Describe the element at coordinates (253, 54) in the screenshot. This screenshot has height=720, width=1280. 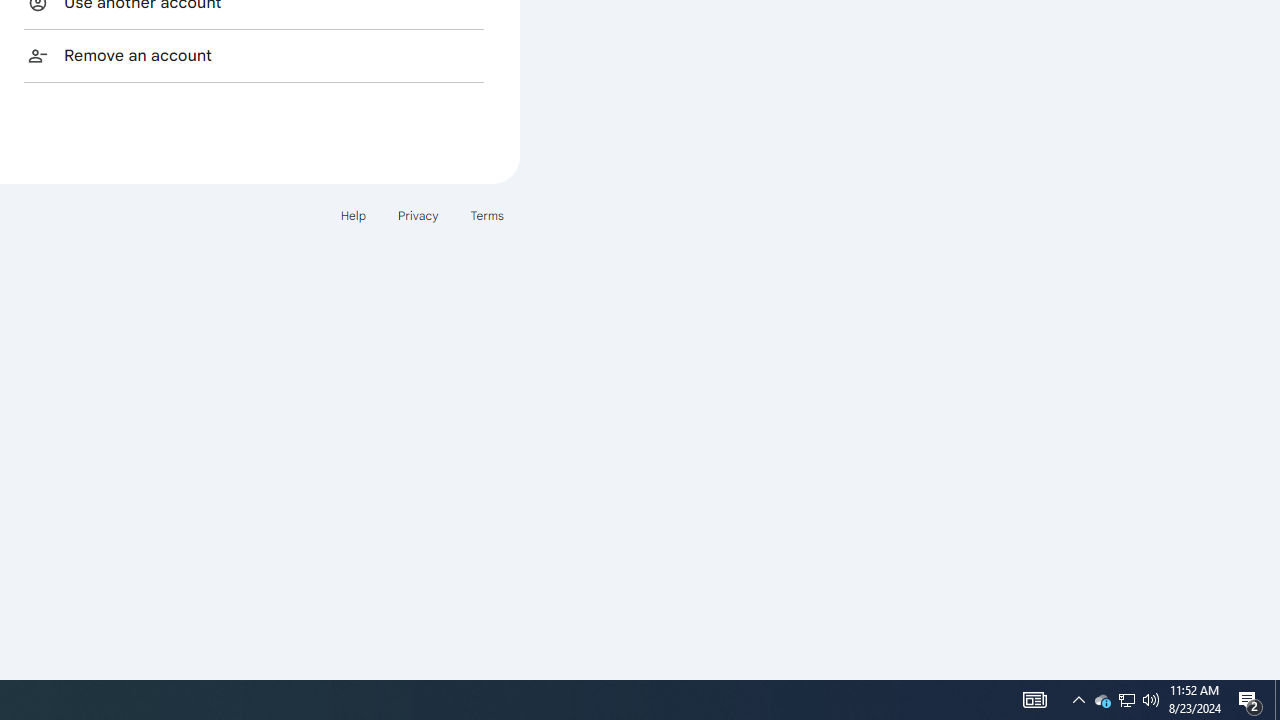
I see `'Remove an account'` at that location.